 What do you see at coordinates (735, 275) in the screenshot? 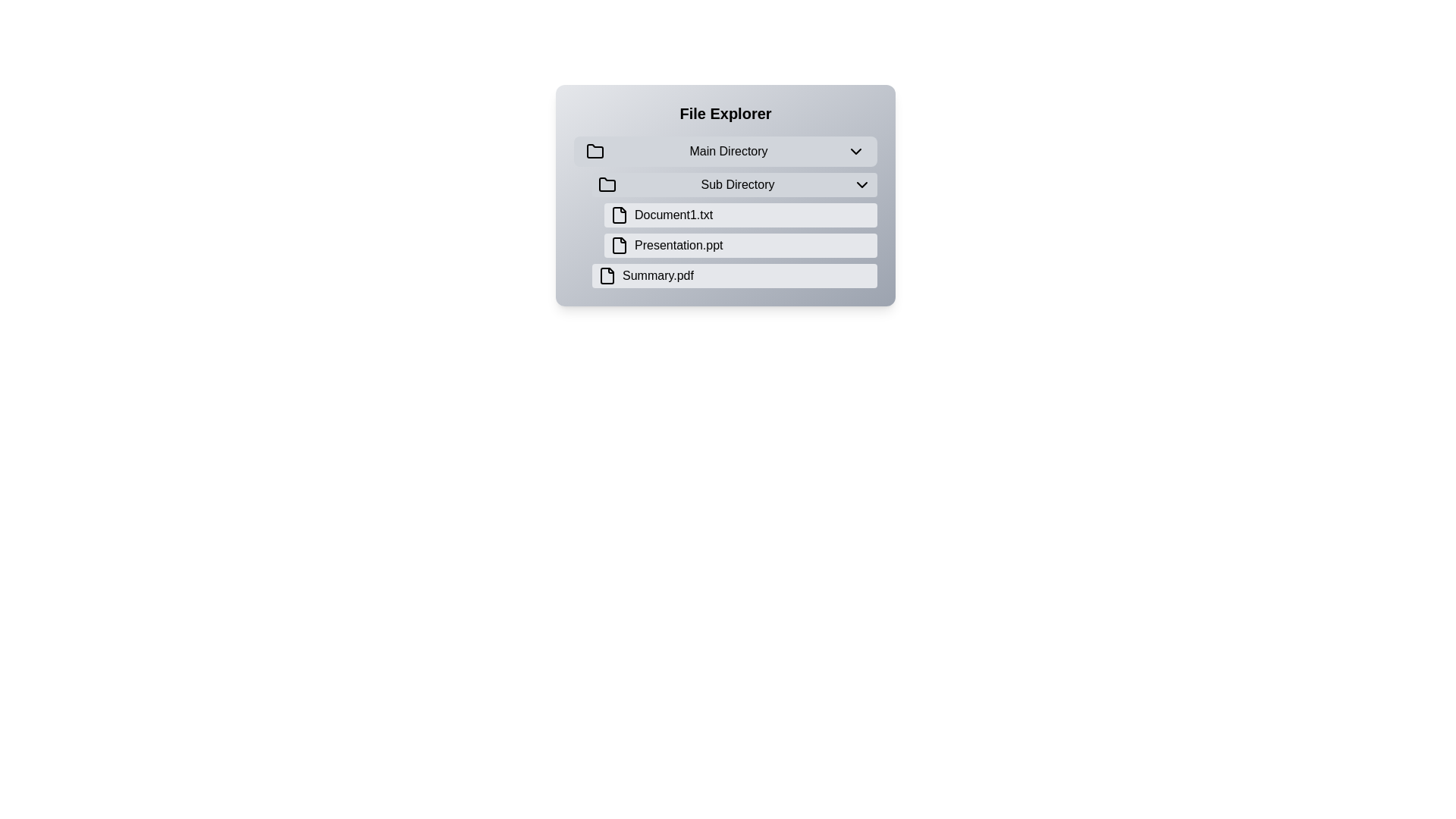
I see `the 'Summary.pdf' button located under the 'Sub Directory' section, which has a light gray background and is the third item listed` at bounding box center [735, 275].